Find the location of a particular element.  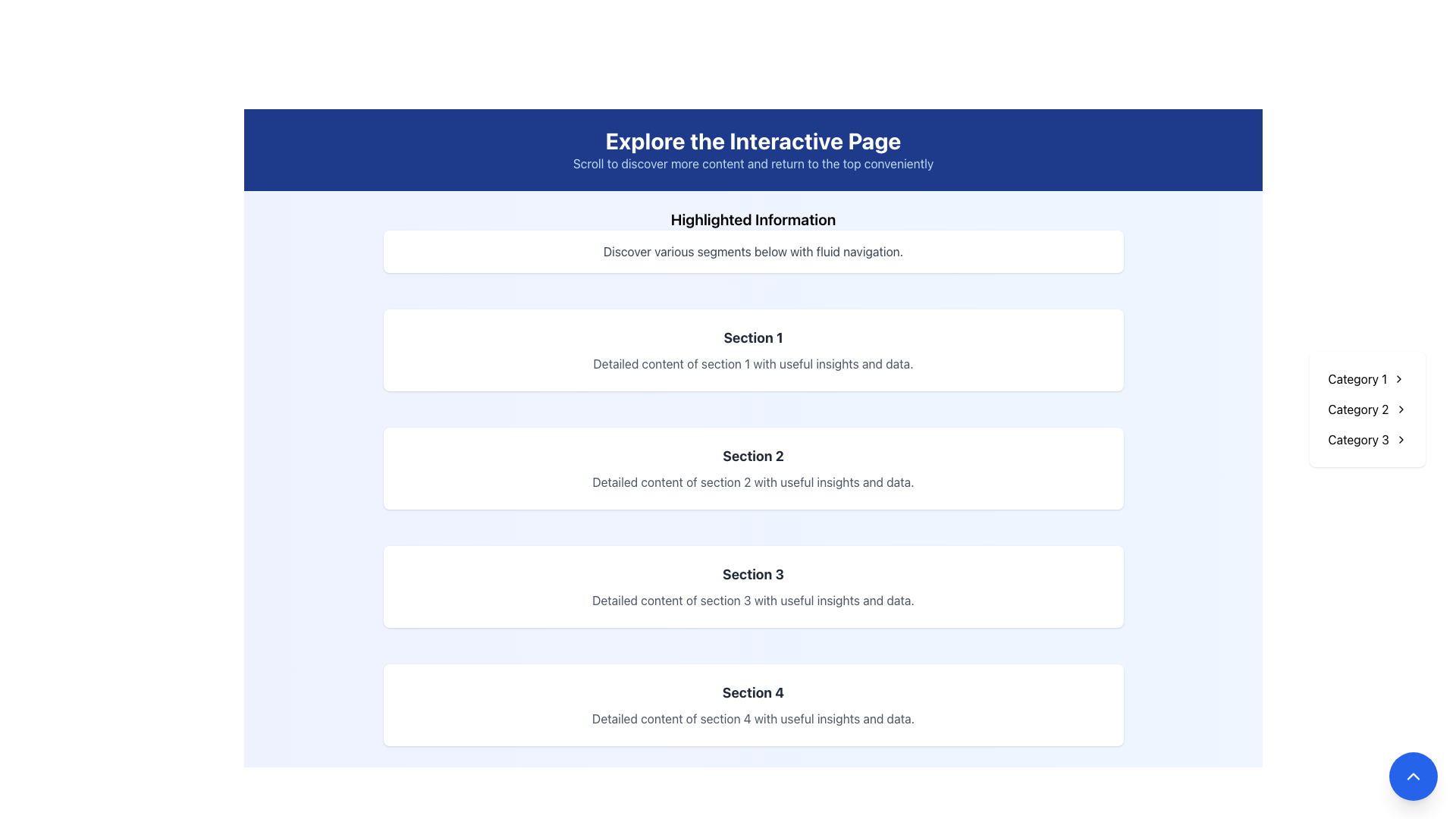

the text element displaying 'Category 2' is located at coordinates (1358, 409).